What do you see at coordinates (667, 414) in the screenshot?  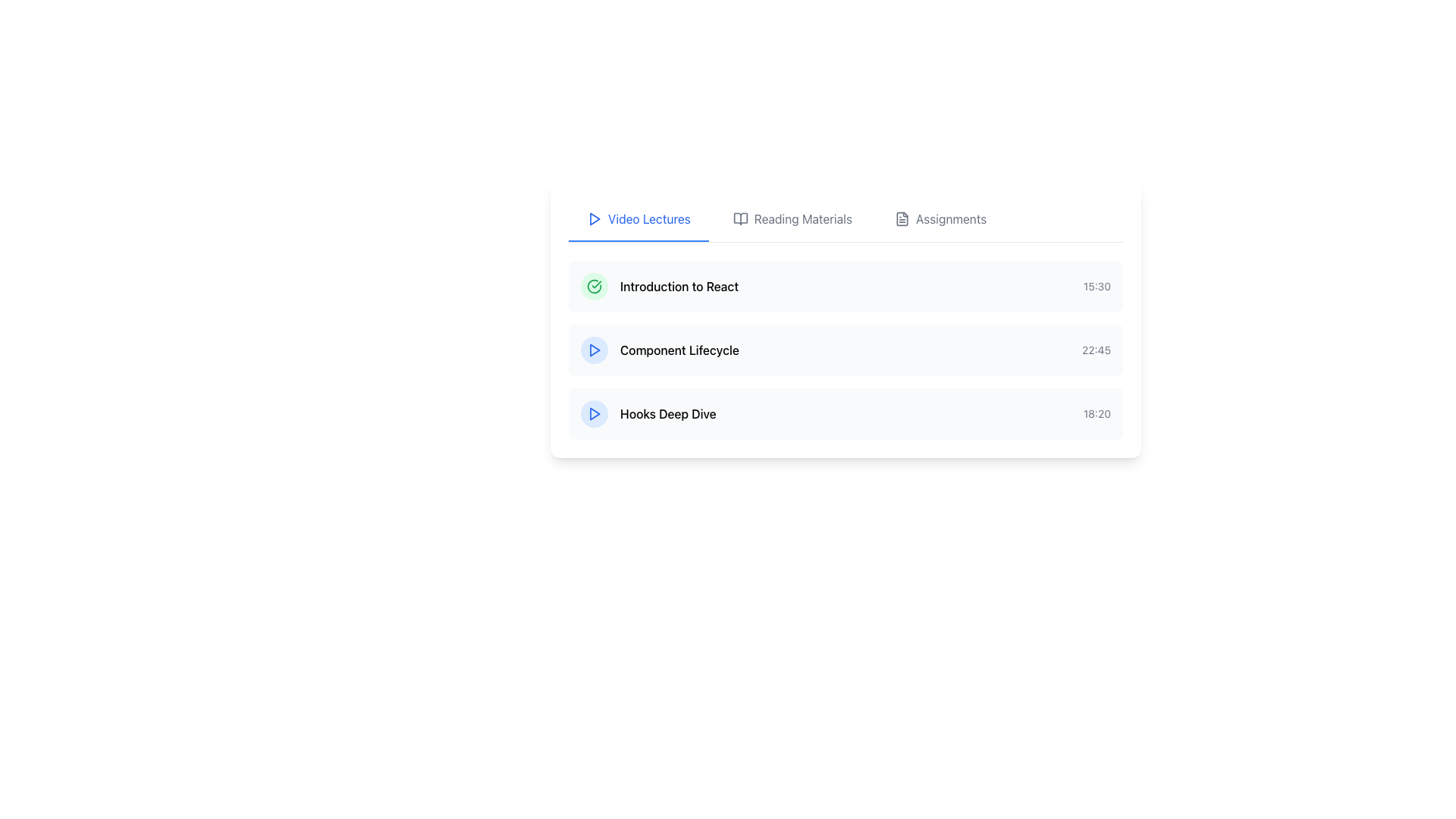 I see `text label displaying 'Hooks Deep Dive', which is styled with a medium font weight and positioned to the left of the play button in the third row of the video lecture section` at bounding box center [667, 414].